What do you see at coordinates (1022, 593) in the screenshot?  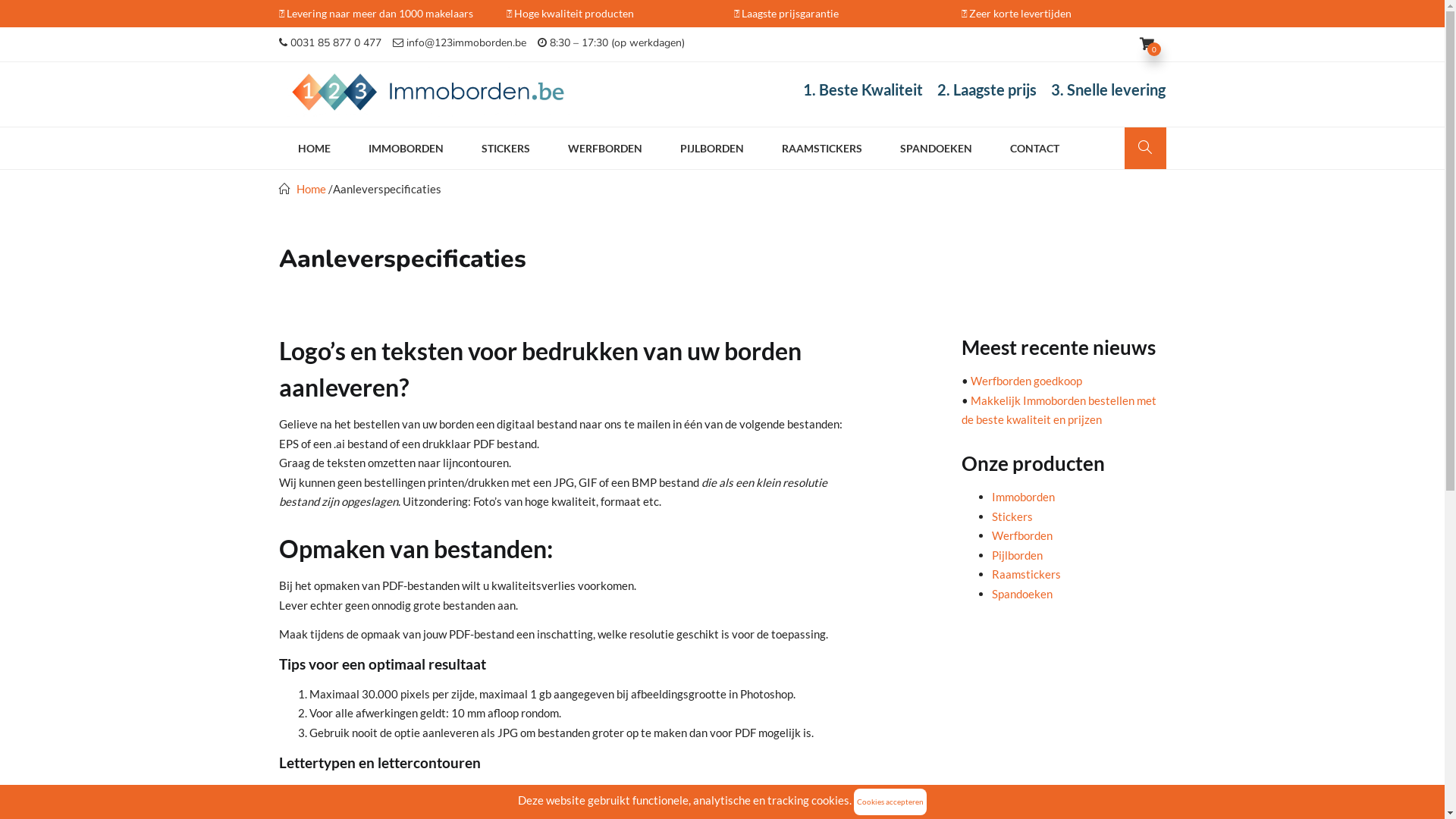 I see `'Spandoeken'` at bounding box center [1022, 593].